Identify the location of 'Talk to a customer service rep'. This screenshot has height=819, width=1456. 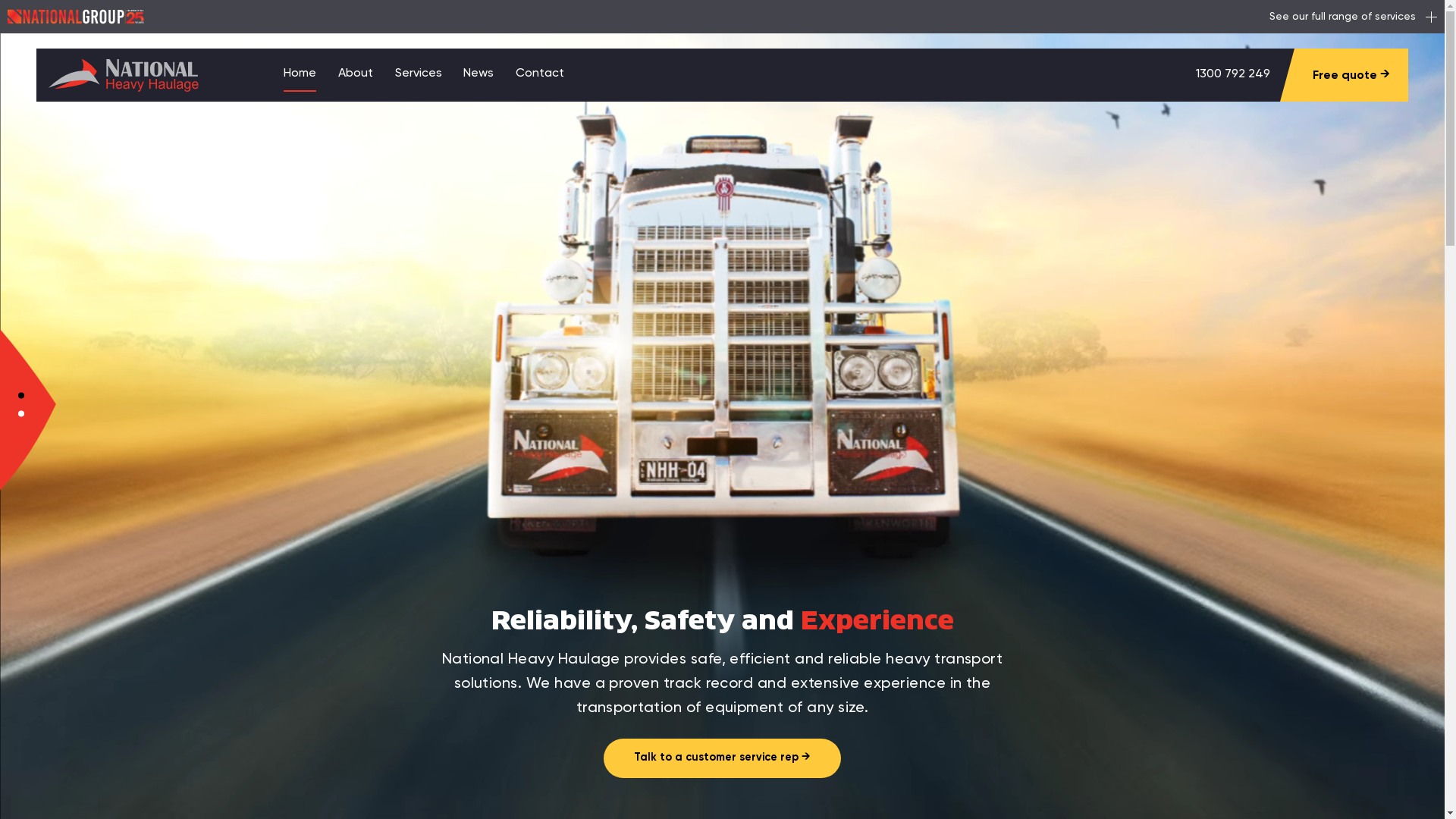
(722, 769).